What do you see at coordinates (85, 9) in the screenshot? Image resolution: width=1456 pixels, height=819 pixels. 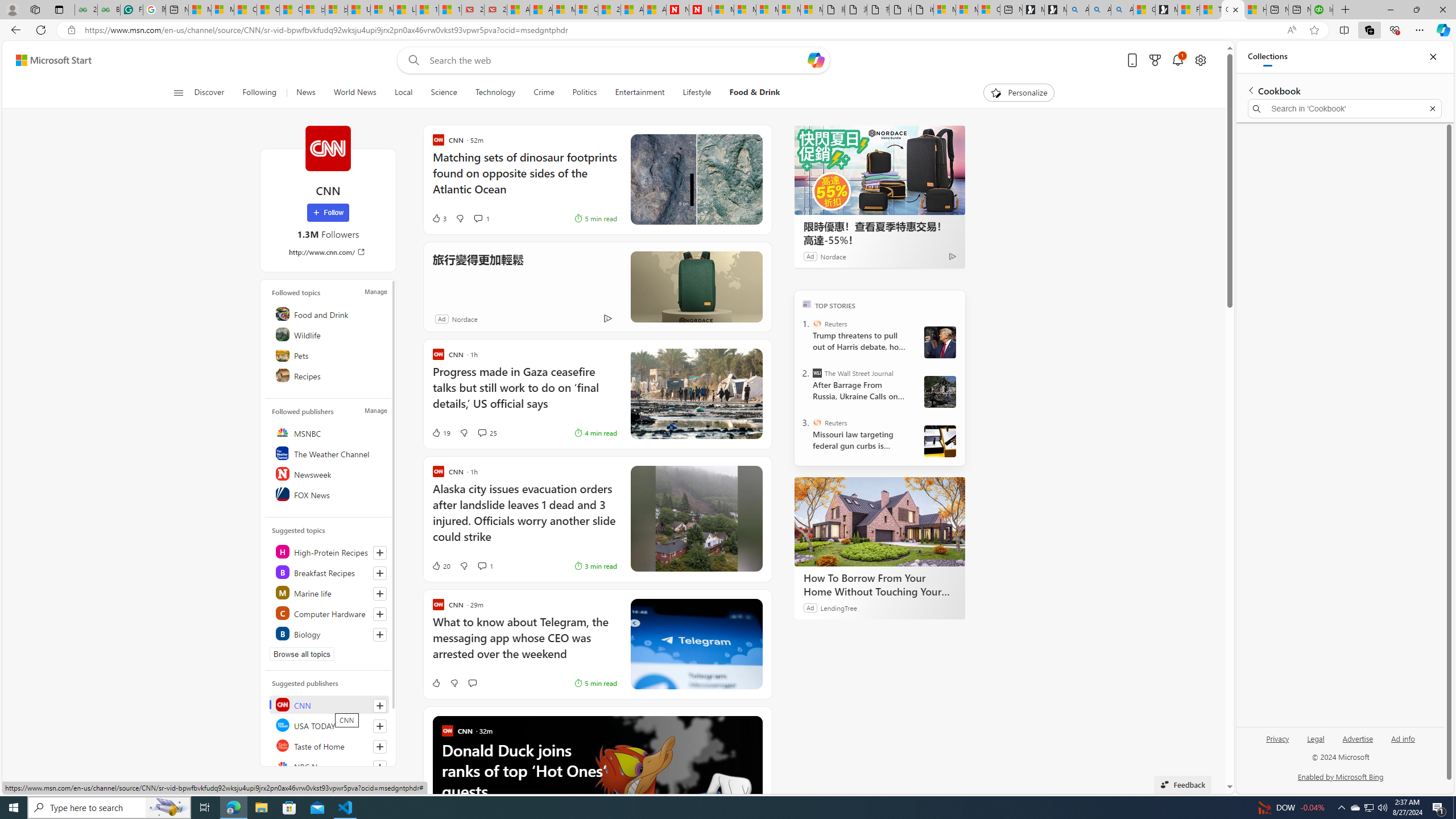 I see `'25 Basic Linux Commands For Beginners - GeeksforGeeks'` at bounding box center [85, 9].